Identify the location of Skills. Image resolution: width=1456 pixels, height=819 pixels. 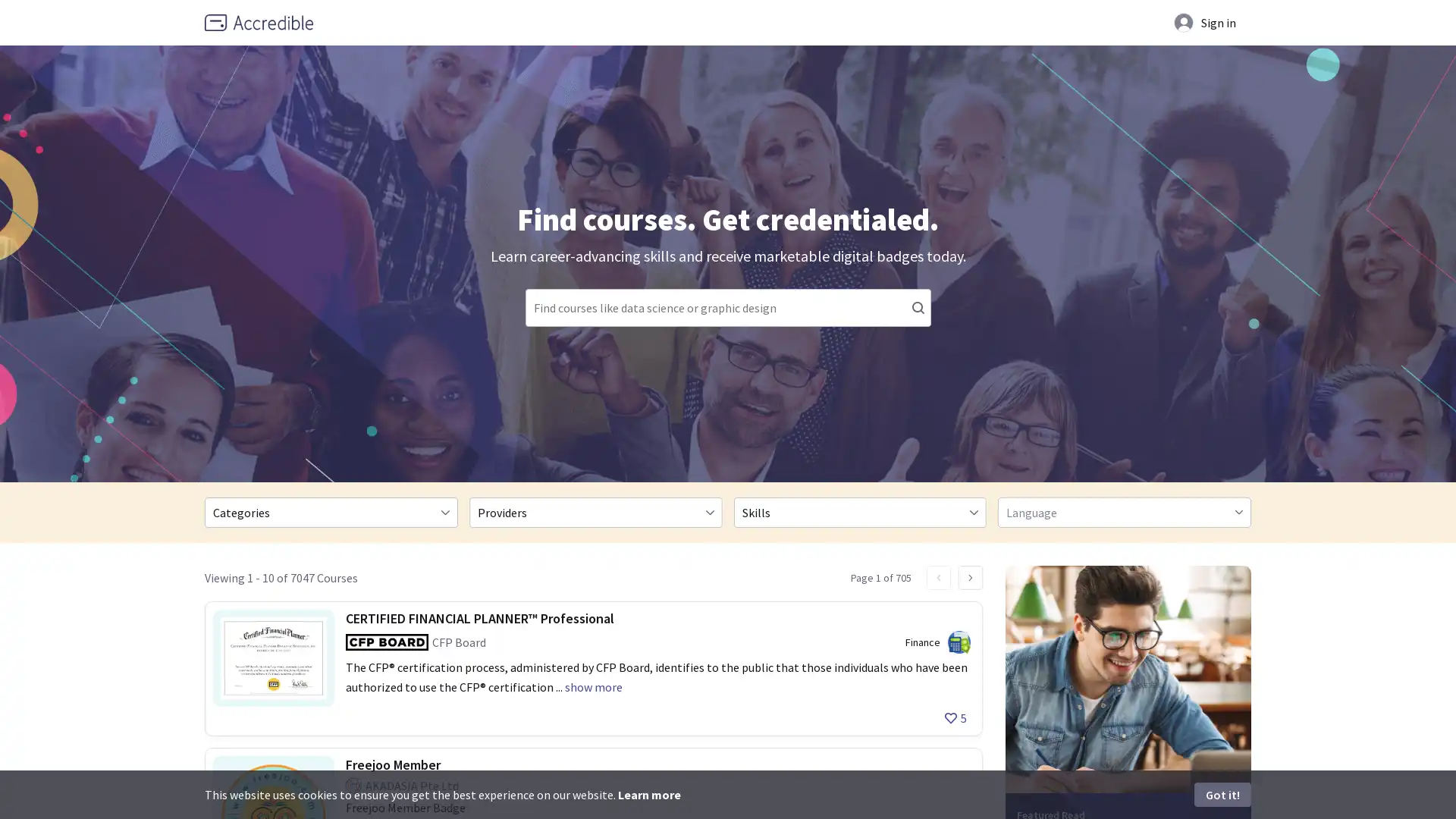
(859, 512).